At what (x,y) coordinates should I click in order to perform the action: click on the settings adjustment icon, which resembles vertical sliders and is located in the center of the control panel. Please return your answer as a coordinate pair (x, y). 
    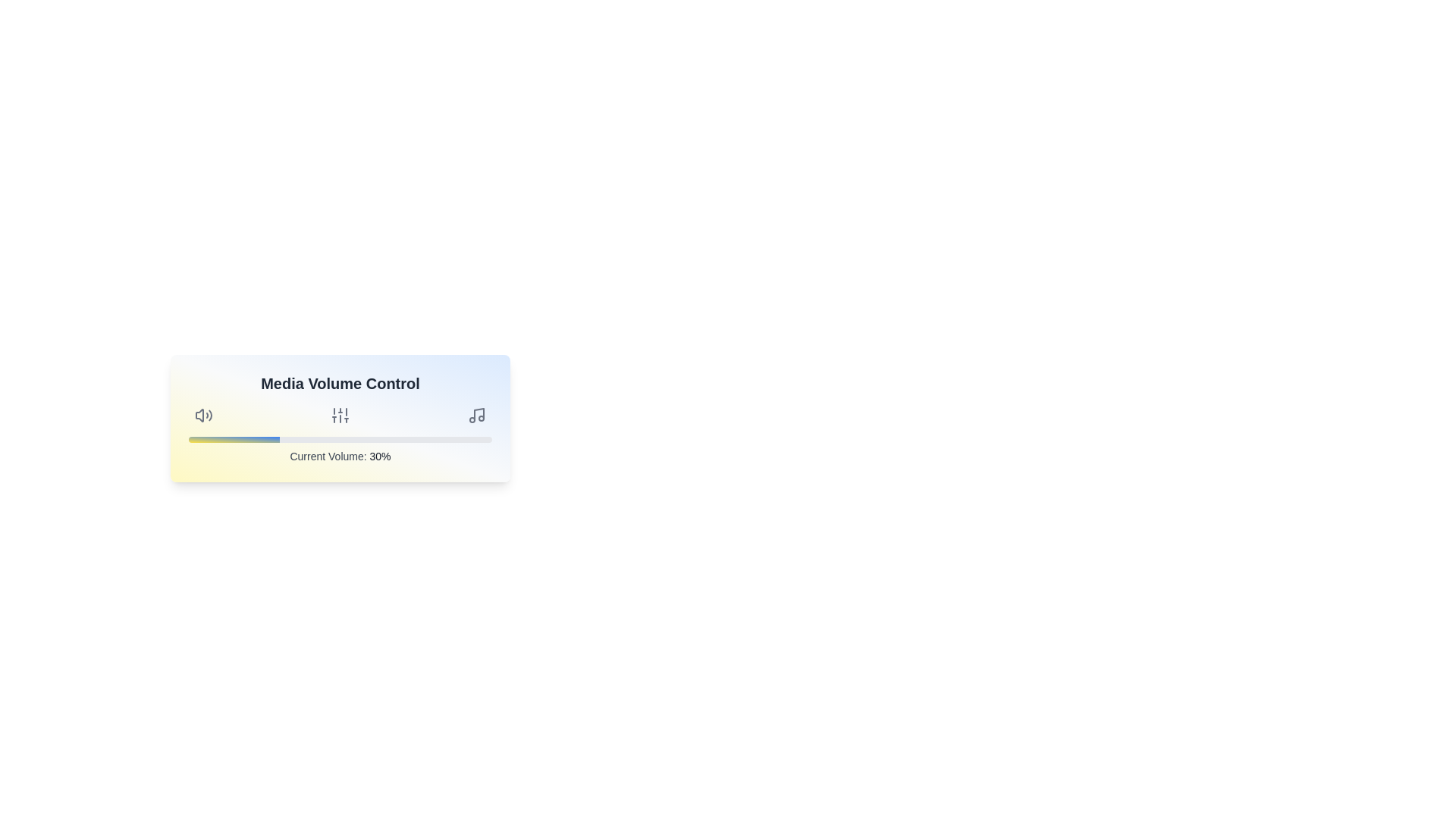
    Looking at the image, I should click on (340, 415).